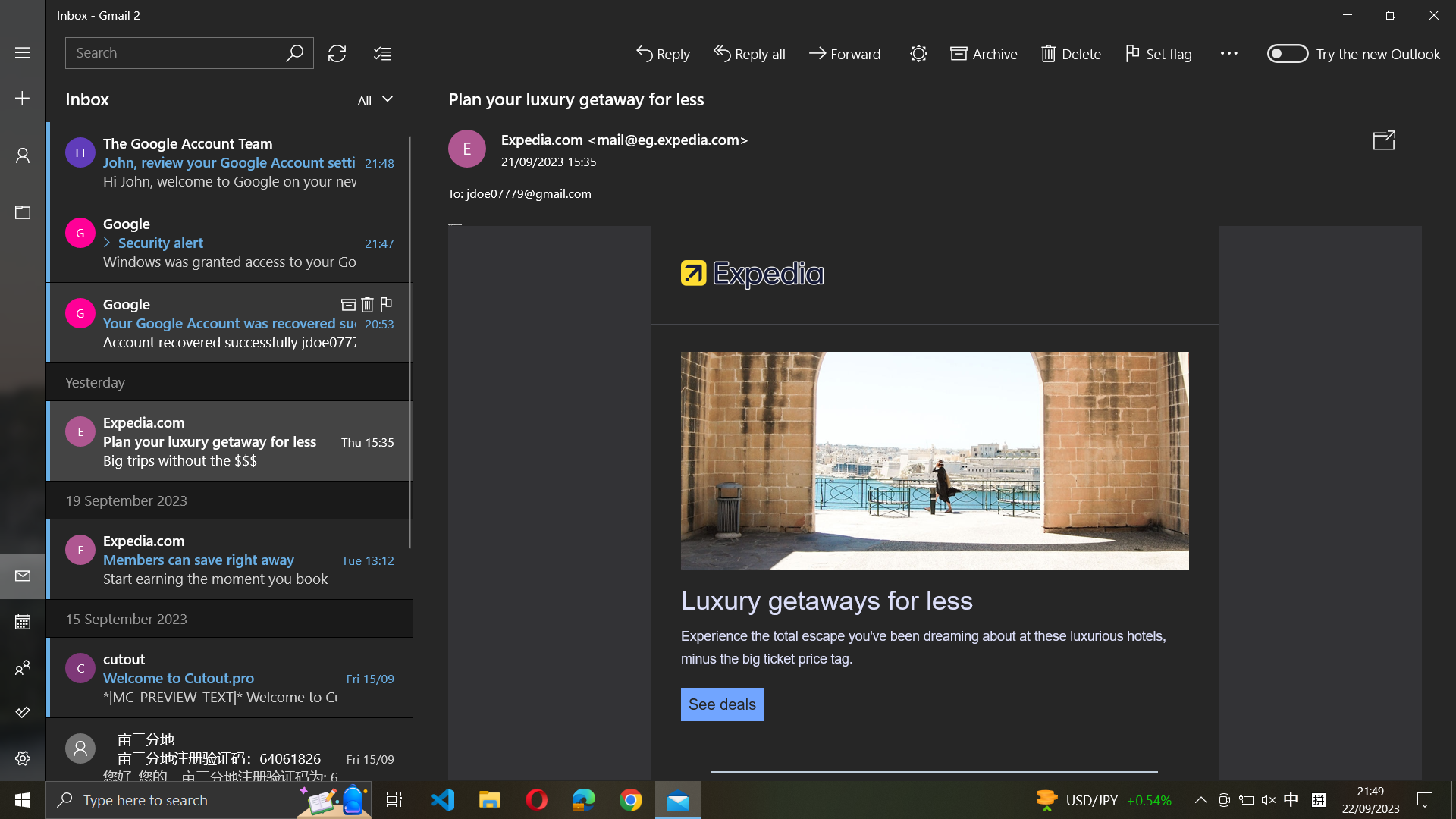 The image size is (1456, 819). What do you see at coordinates (227, 439) in the screenshot?
I see `Forward yesterday"s email from Expedia.com` at bounding box center [227, 439].